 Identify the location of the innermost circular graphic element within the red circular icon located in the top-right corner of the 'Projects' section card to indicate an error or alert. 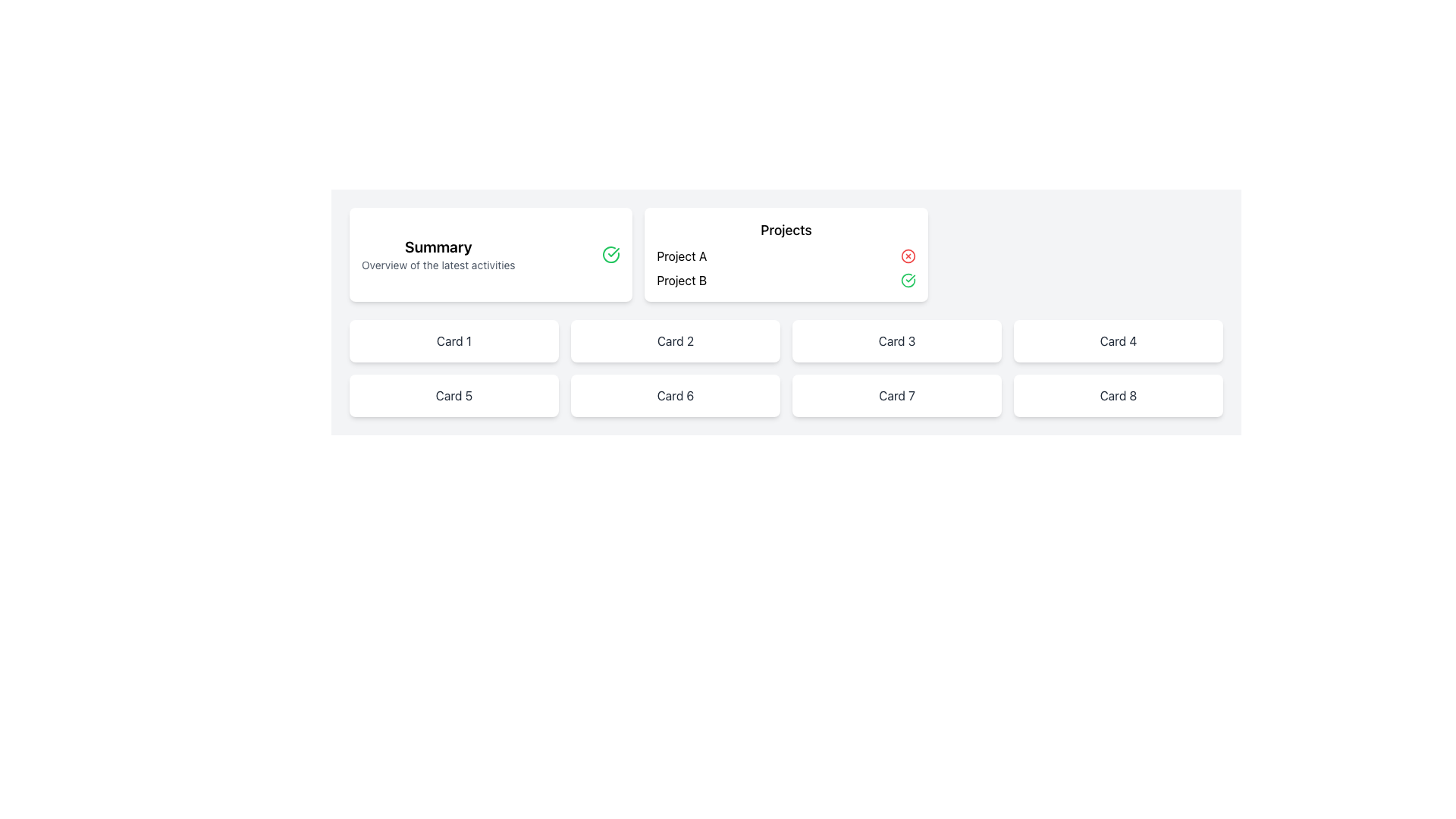
(908, 256).